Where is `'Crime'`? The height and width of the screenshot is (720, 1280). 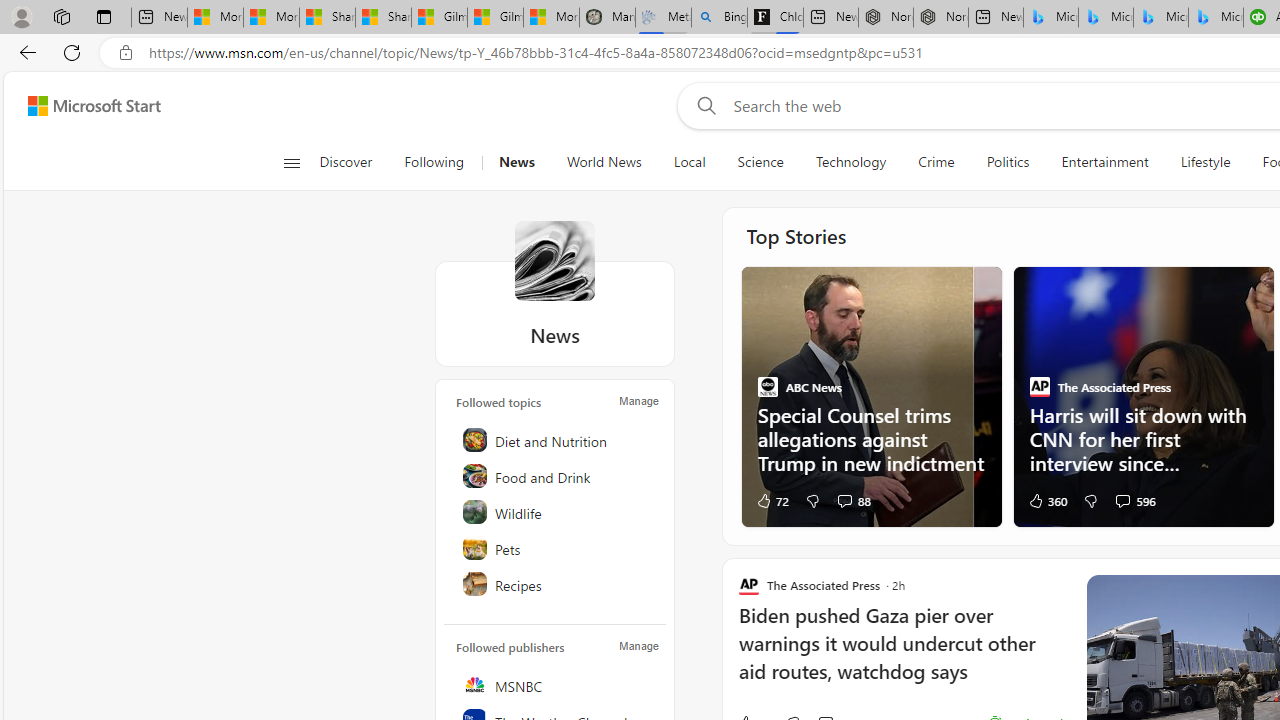 'Crime' is located at coordinates (935, 162).